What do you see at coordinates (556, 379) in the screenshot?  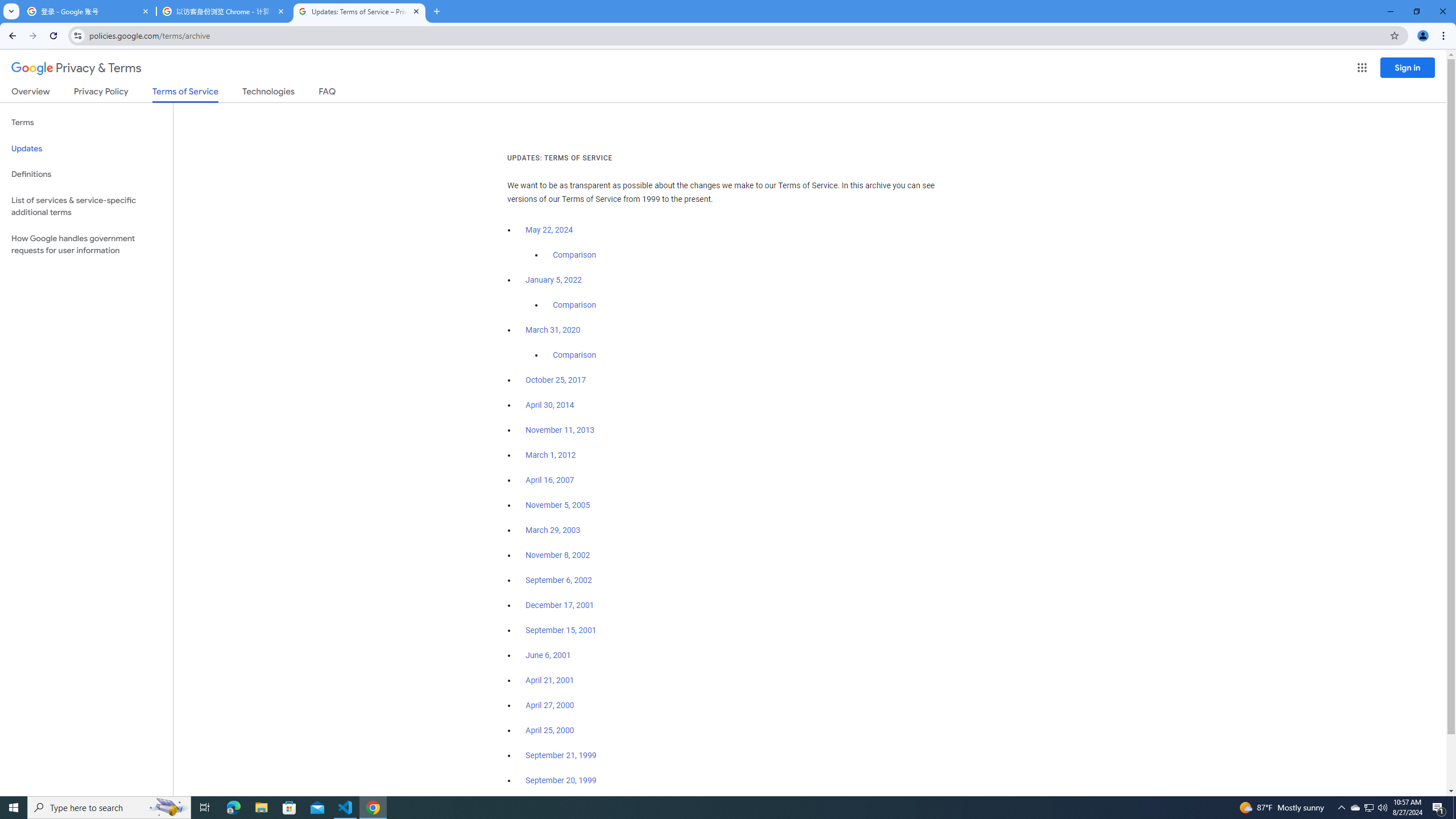 I see `'October 25, 2017'` at bounding box center [556, 379].